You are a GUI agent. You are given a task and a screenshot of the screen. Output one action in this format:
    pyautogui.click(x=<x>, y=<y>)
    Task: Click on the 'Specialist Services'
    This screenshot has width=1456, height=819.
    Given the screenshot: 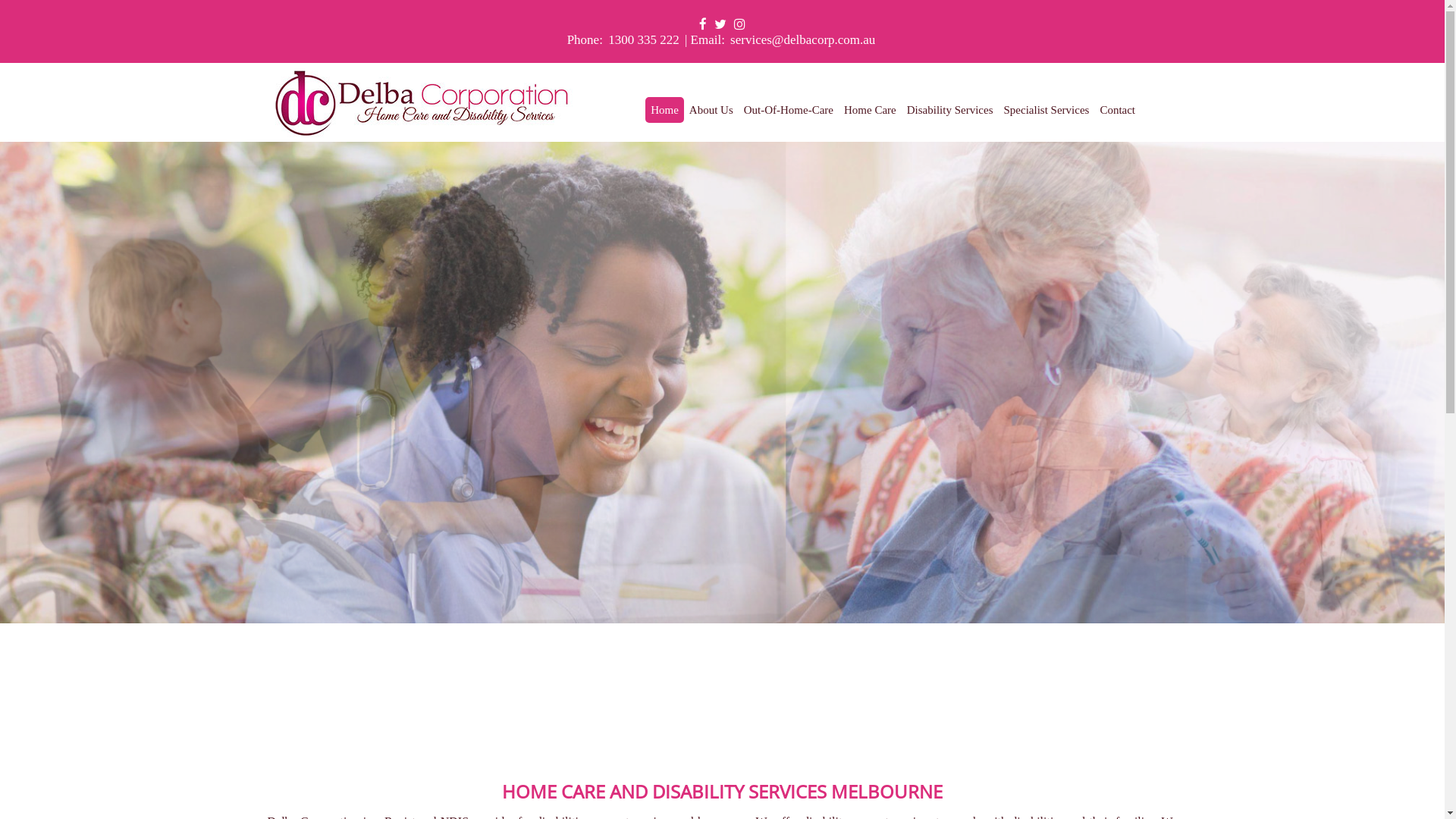 What is the action you would take?
    pyautogui.click(x=1045, y=109)
    